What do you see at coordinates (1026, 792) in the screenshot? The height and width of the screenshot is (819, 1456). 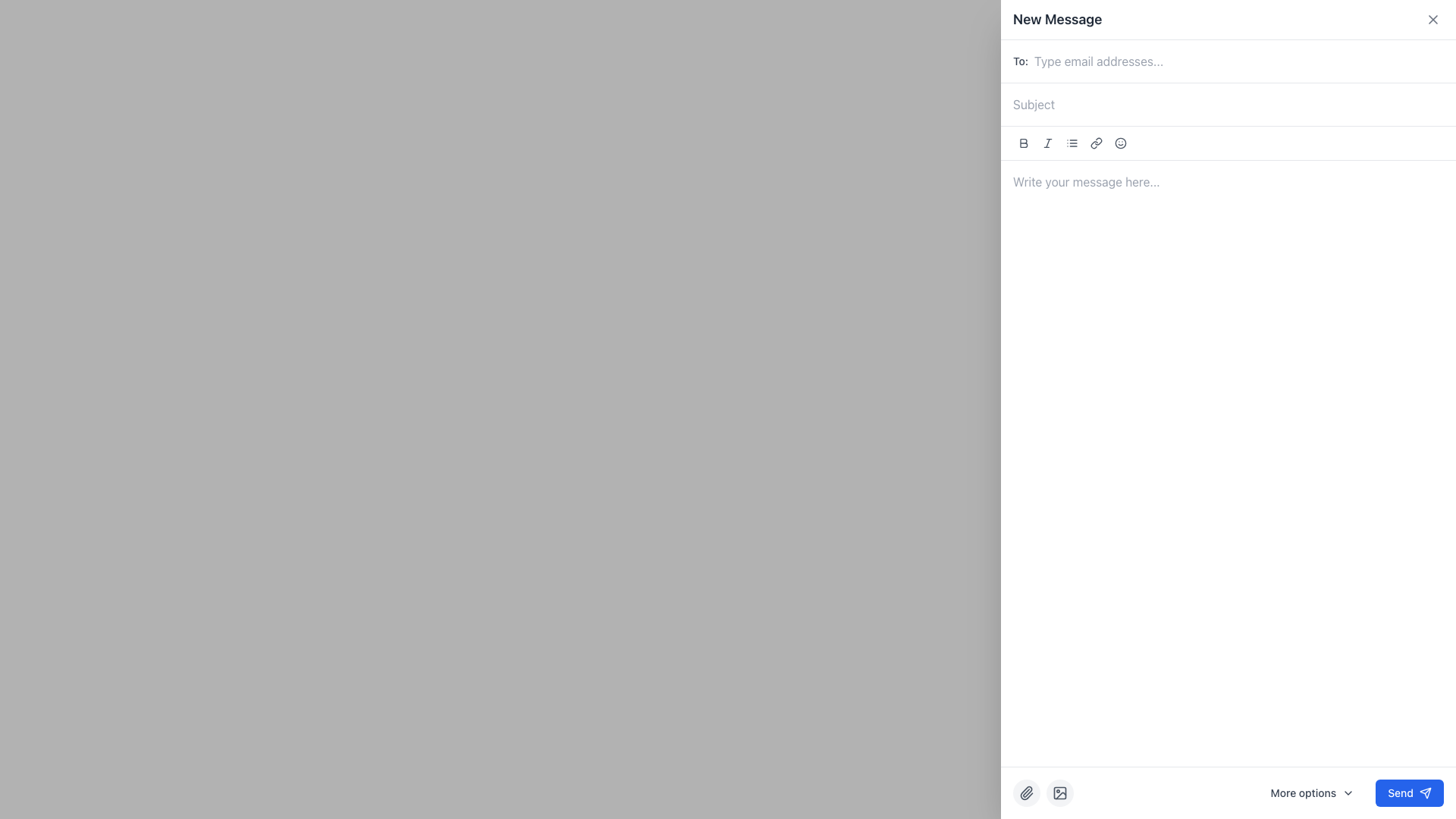 I see `the circular button with a light gray background and a paperclip icon` at bounding box center [1026, 792].